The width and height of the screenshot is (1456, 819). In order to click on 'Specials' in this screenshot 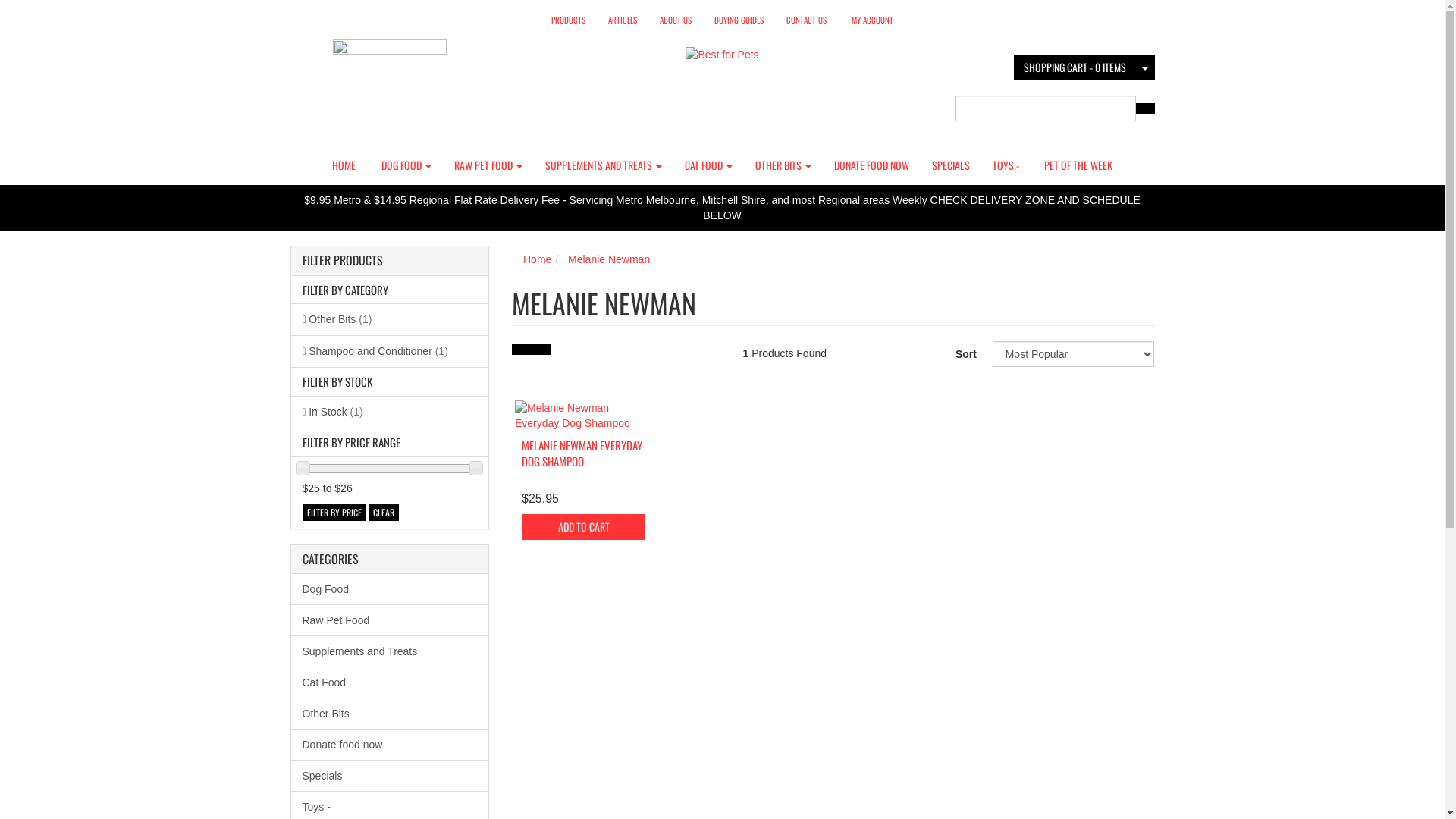, I will do `click(390, 775)`.